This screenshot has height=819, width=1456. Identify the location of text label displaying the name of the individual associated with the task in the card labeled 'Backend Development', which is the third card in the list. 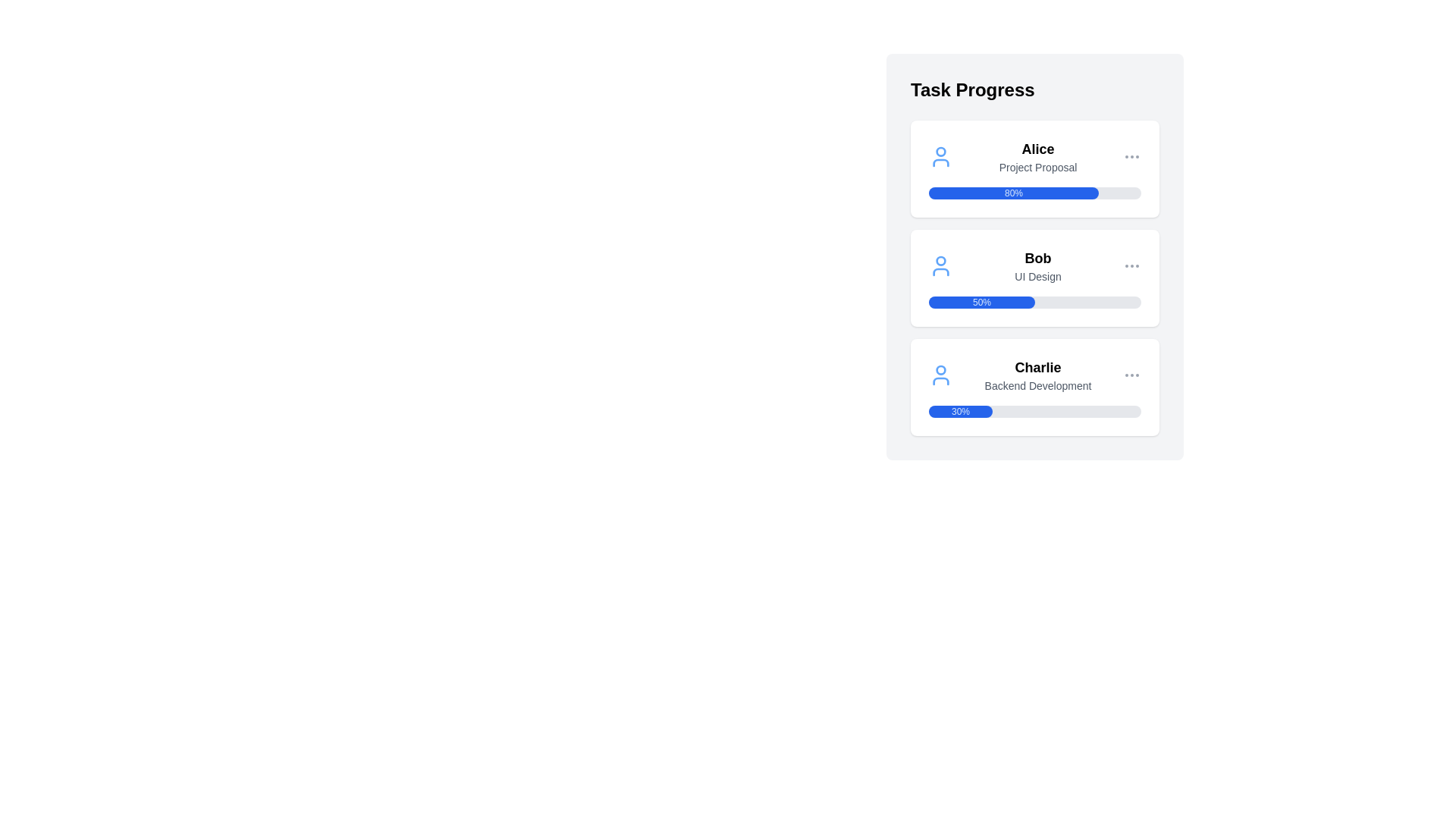
(1037, 368).